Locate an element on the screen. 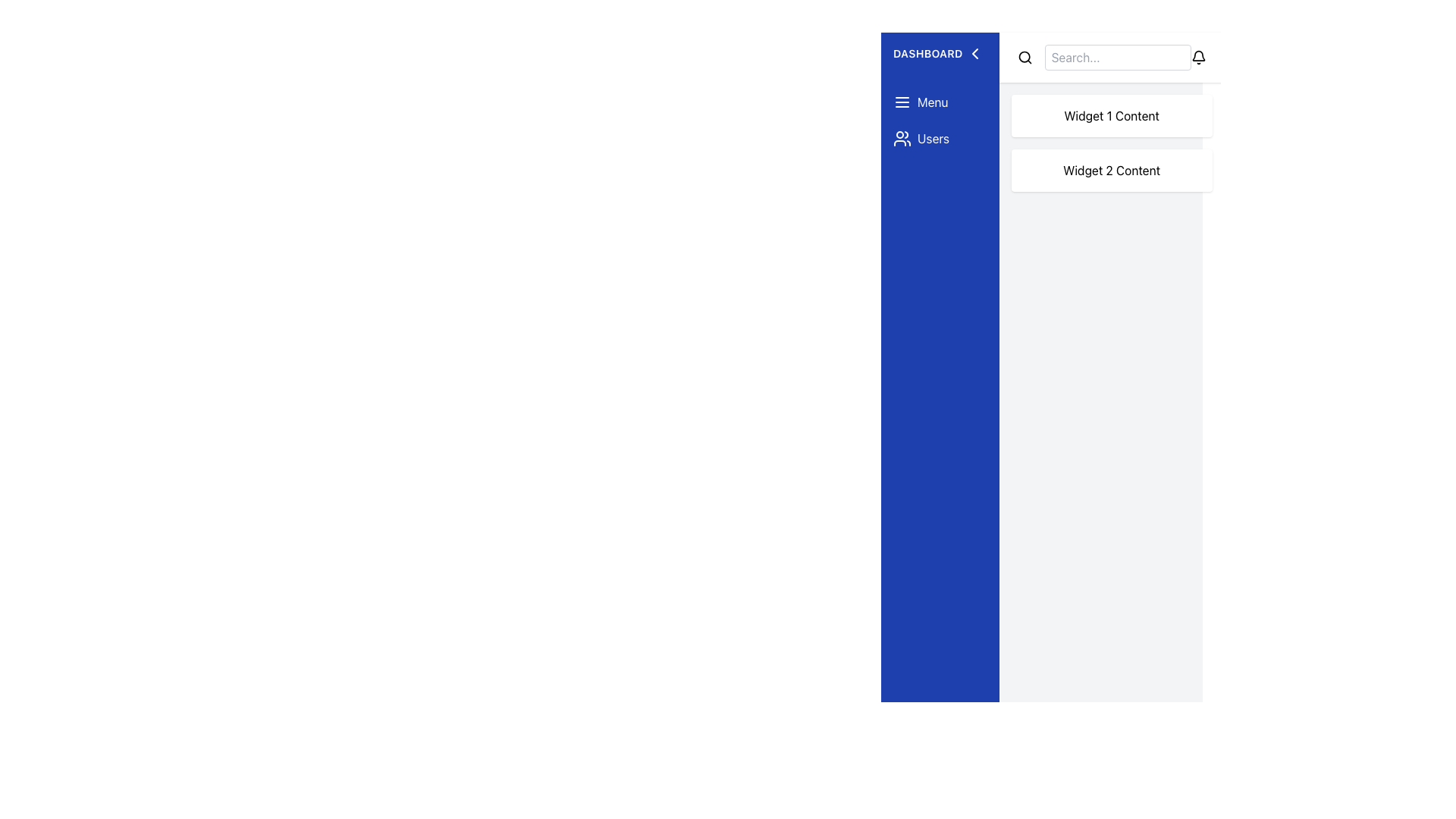 The width and height of the screenshot is (1456, 819). the text label 'Users' located in the dark blue sidebar, which is aligned next to the user group icon is located at coordinates (933, 138).